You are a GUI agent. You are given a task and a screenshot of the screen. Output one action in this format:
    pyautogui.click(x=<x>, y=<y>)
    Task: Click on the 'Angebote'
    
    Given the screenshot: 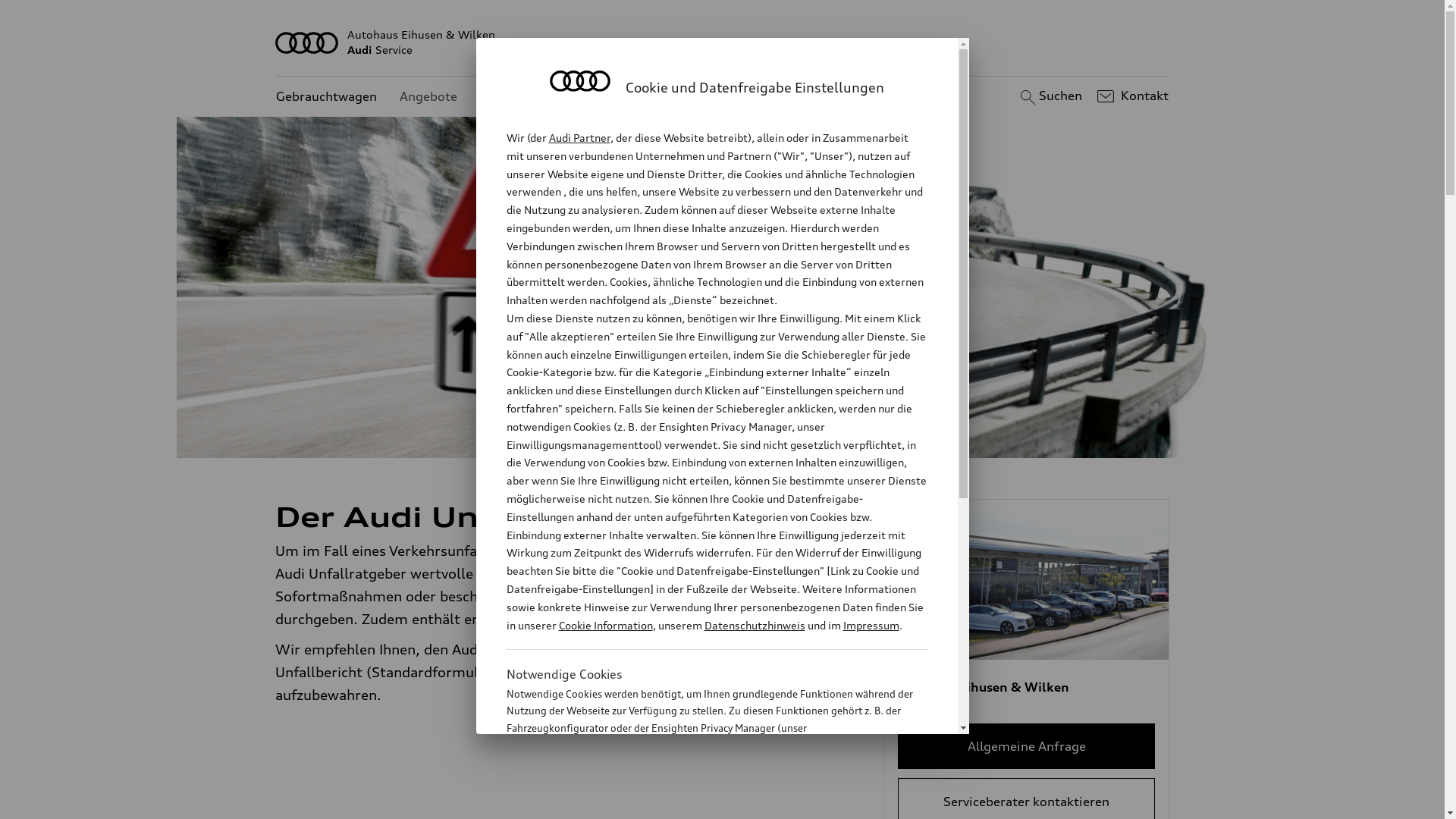 What is the action you would take?
    pyautogui.click(x=428, y=96)
    